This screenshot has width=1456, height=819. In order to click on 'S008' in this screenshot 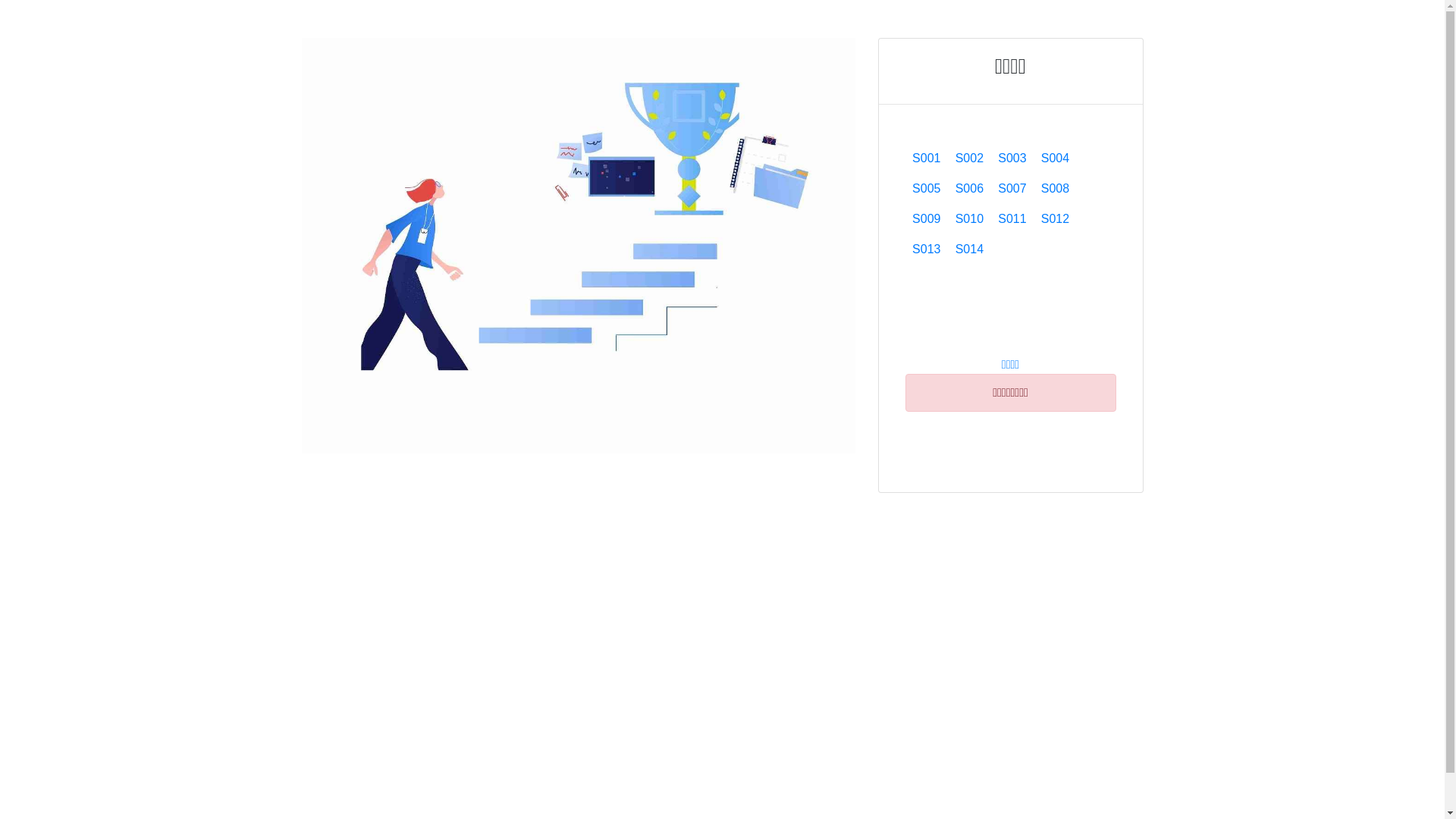, I will do `click(1033, 188)`.